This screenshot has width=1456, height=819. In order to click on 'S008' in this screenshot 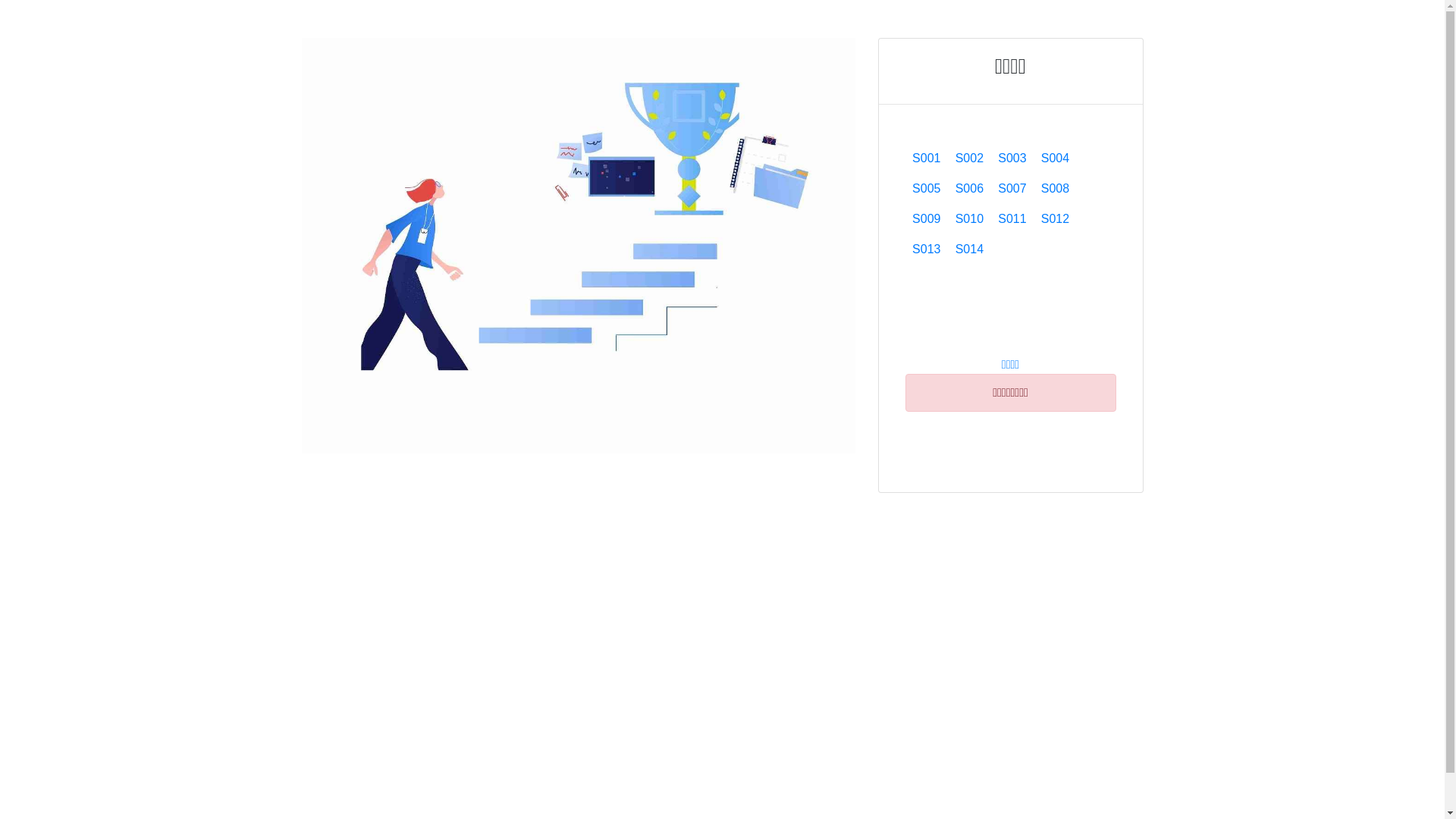, I will do `click(1033, 188)`.